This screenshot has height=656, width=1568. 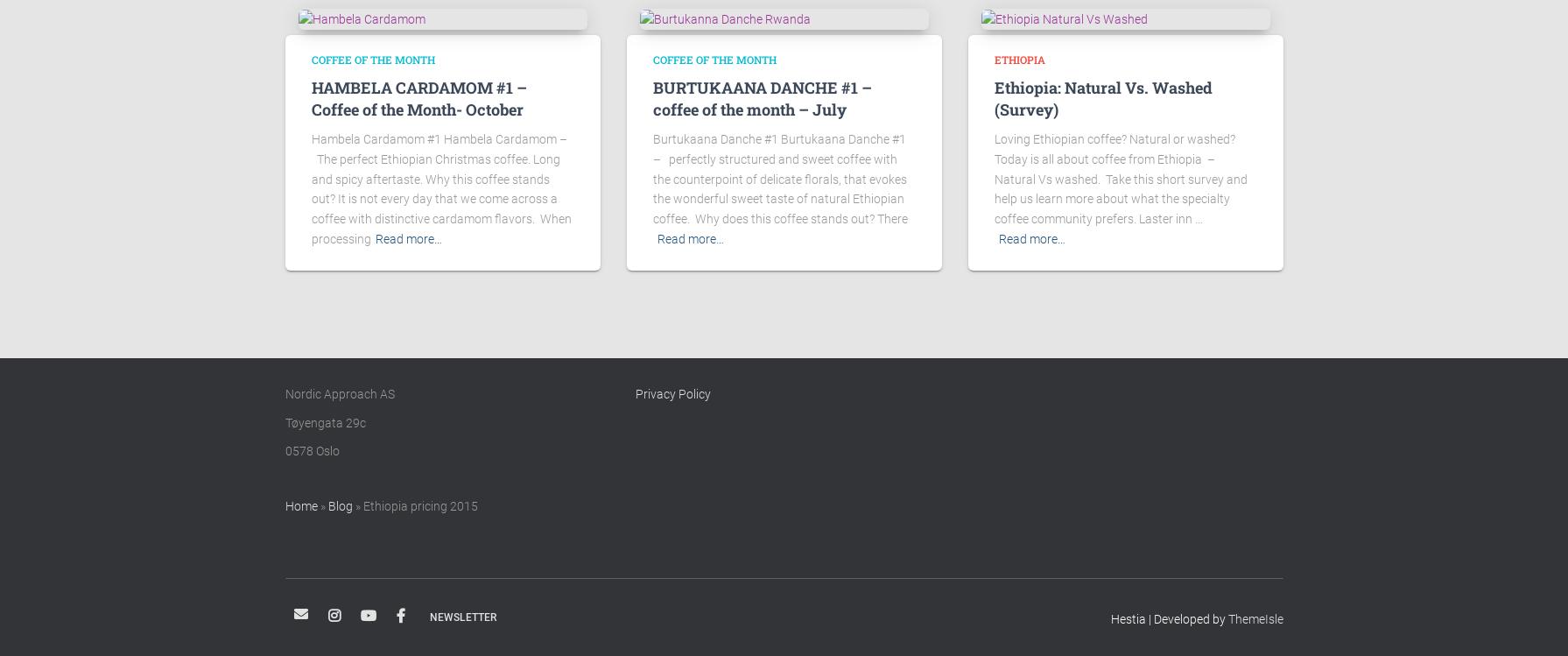 What do you see at coordinates (300, 506) in the screenshot?
I see `'Home'` at bounding box center [300, 506].